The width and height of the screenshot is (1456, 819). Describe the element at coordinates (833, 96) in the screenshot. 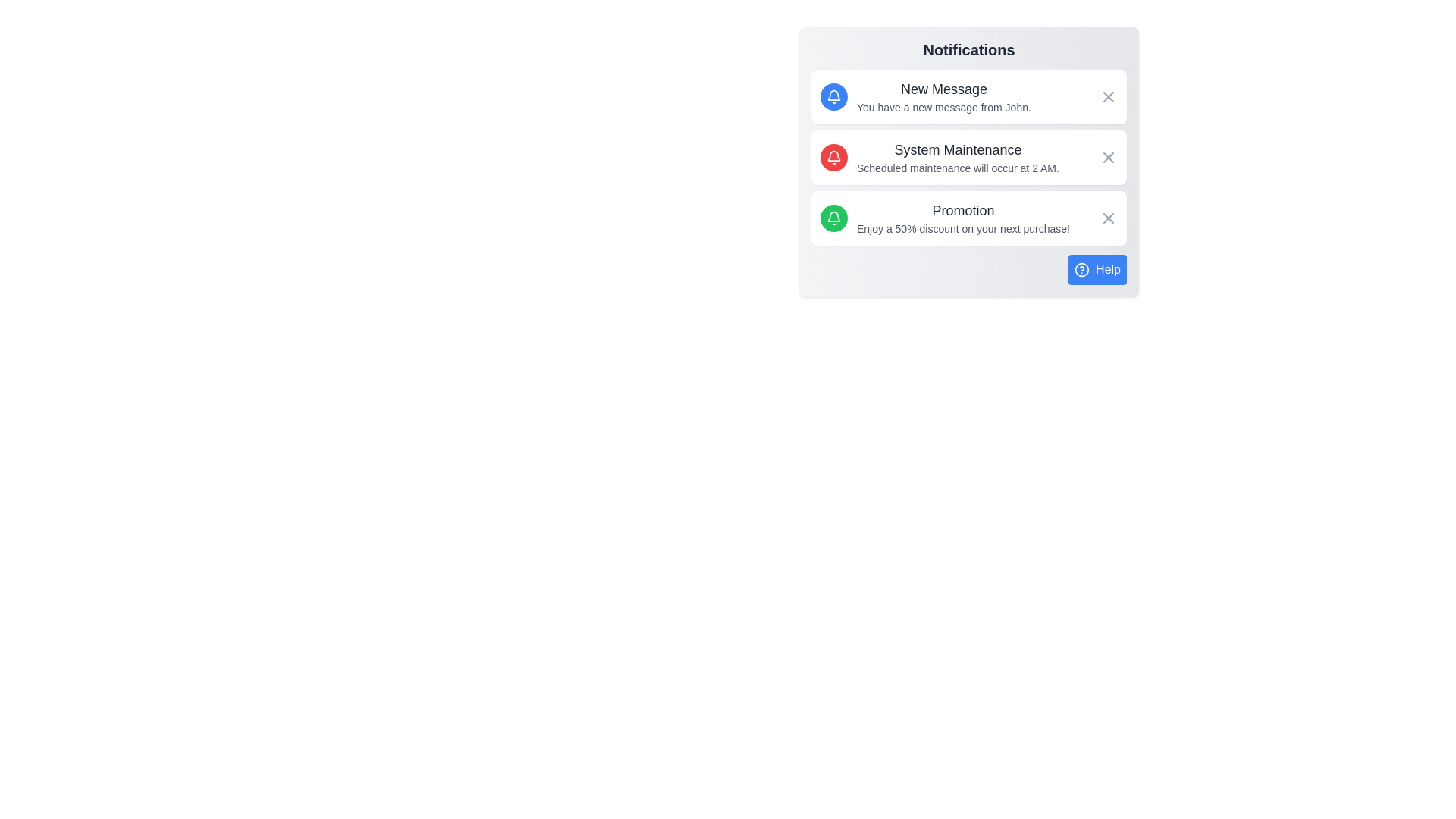

I see `the circular blue icon with a white bell symbol, which is positioned to the far left of the 'New Message' notification row` at that location.